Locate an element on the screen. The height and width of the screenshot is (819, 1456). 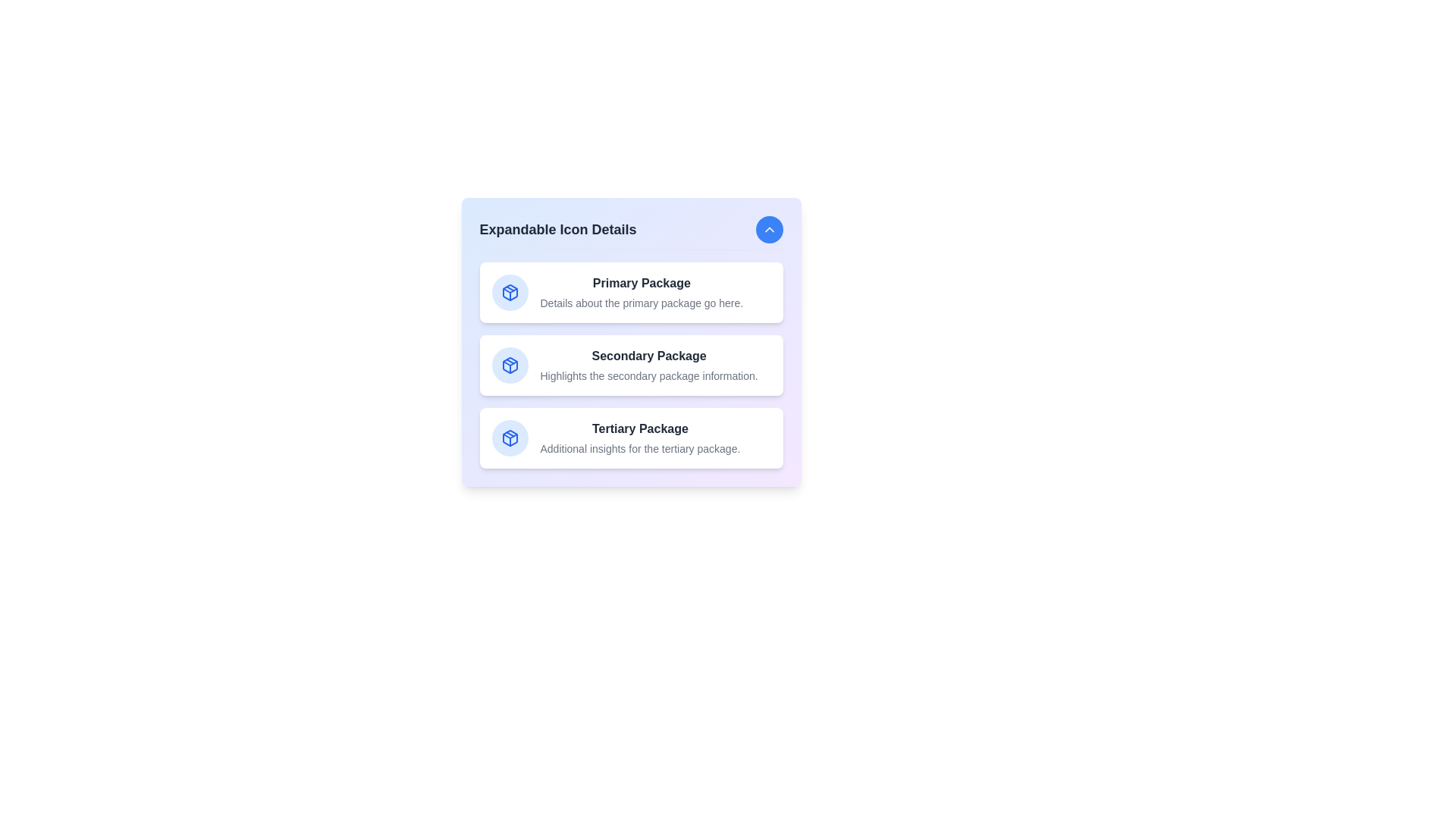
the circular blue icon with a cube outline that is adjacent to the text labeled 'Primary Package' in the top-left corner of the first item in a vertical list is located at coordinates (510, 292).